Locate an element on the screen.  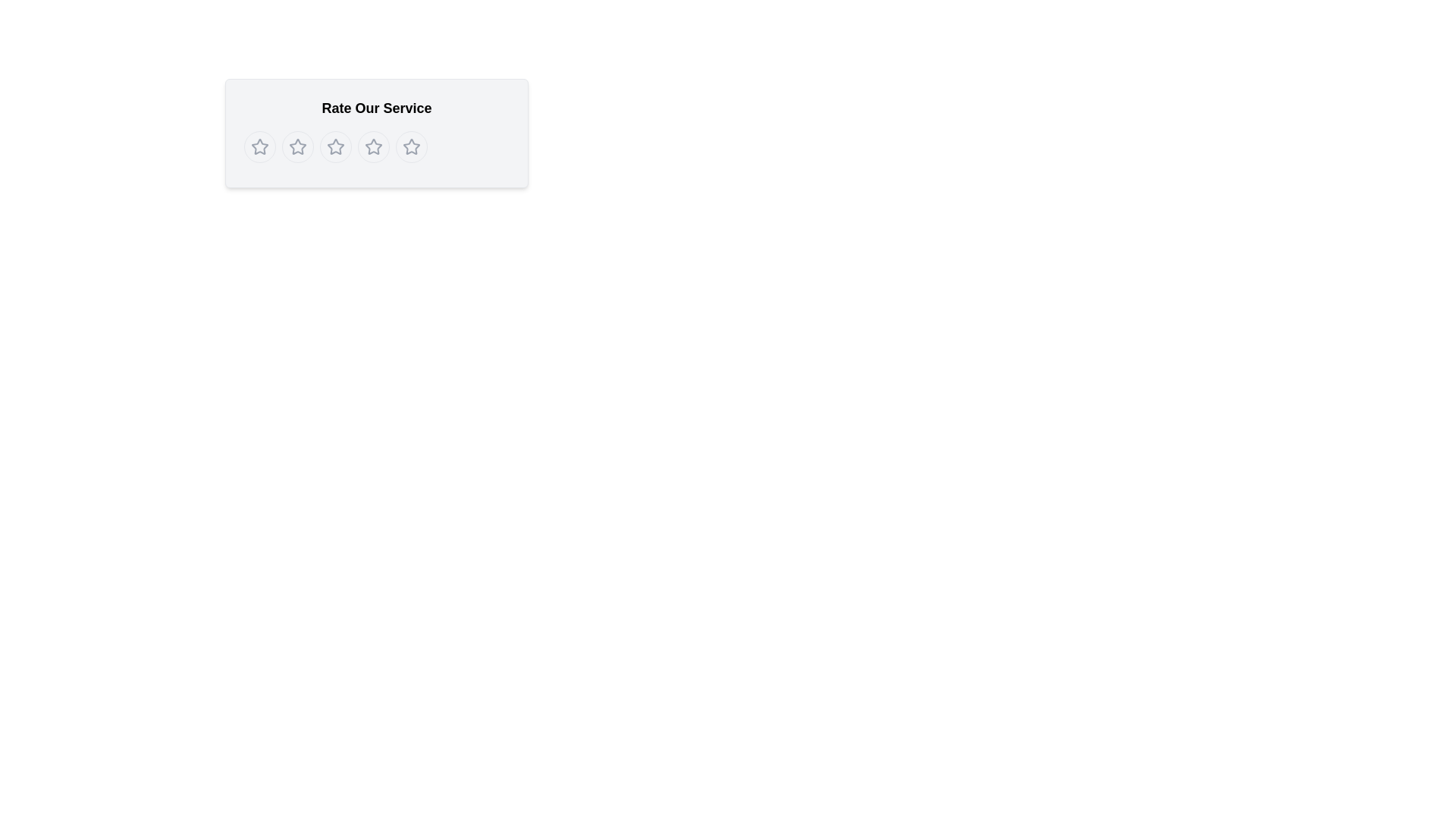
the third circular button featuring an outlined star icon is located at coordinates (334, 146).